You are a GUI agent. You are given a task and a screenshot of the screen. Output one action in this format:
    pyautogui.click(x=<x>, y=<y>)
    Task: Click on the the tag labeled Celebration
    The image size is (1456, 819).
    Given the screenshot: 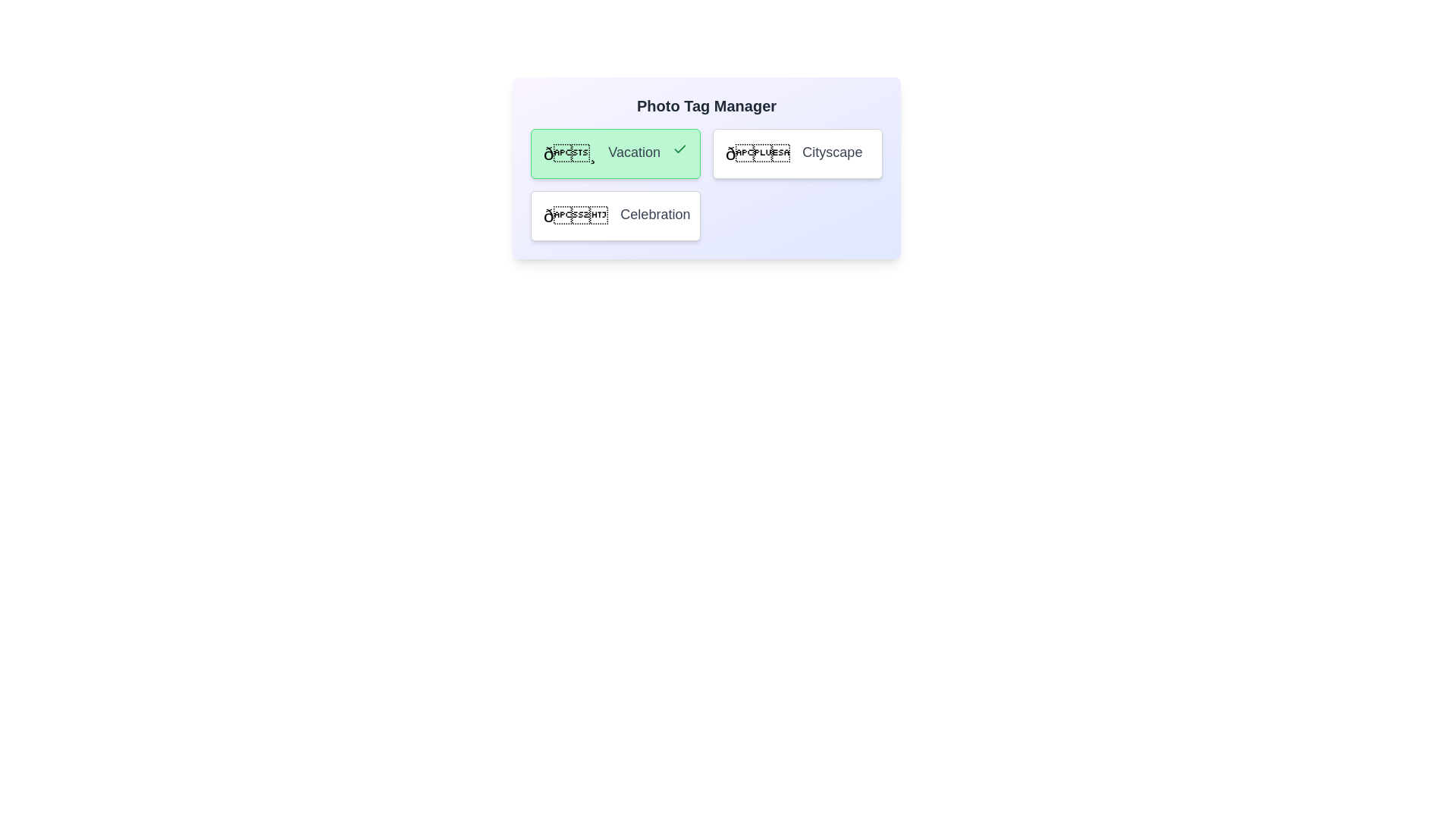 What is the action you would take?
    pyautogui.click(x=615, y=216)
    